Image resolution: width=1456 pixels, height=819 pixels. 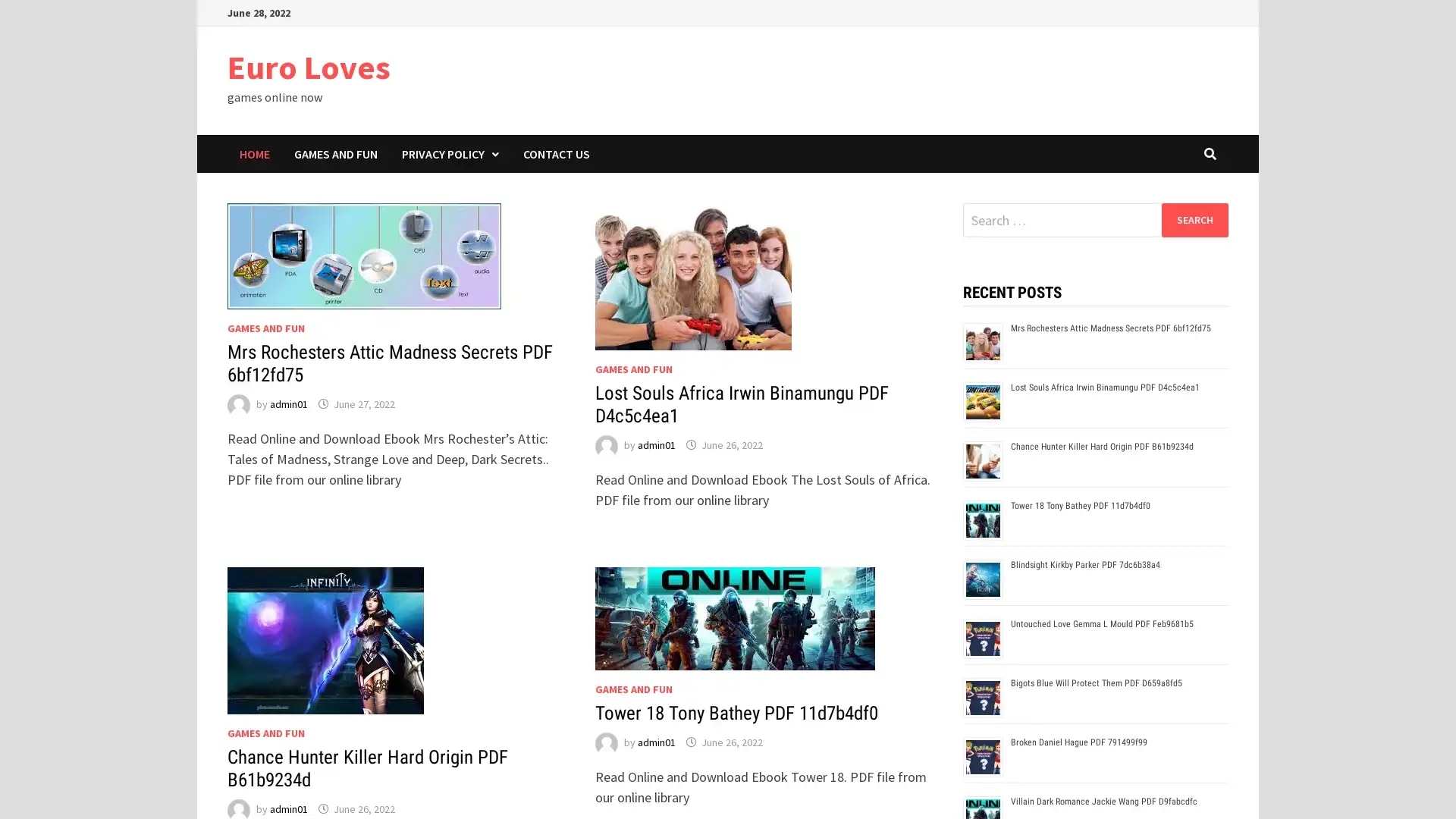 What do you see at coordinates (1194, 219) in the screenshot?
I see `Search` at bounding box center [1194, 219].